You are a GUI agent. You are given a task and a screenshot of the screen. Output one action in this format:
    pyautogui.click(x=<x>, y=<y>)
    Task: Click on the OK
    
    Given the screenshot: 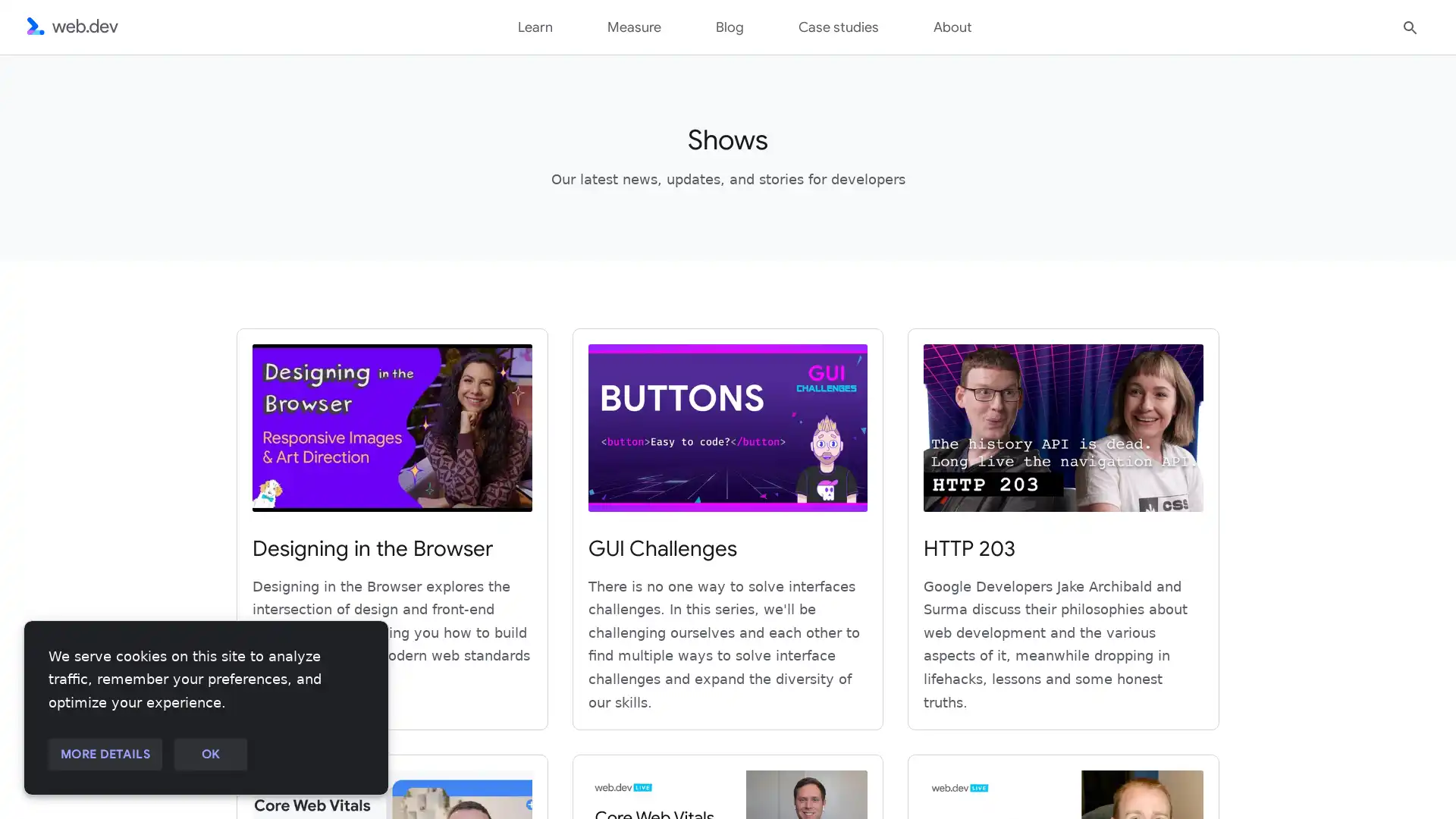 What is the action you would take?
    pyautogui.click(x=209, y=755)
    